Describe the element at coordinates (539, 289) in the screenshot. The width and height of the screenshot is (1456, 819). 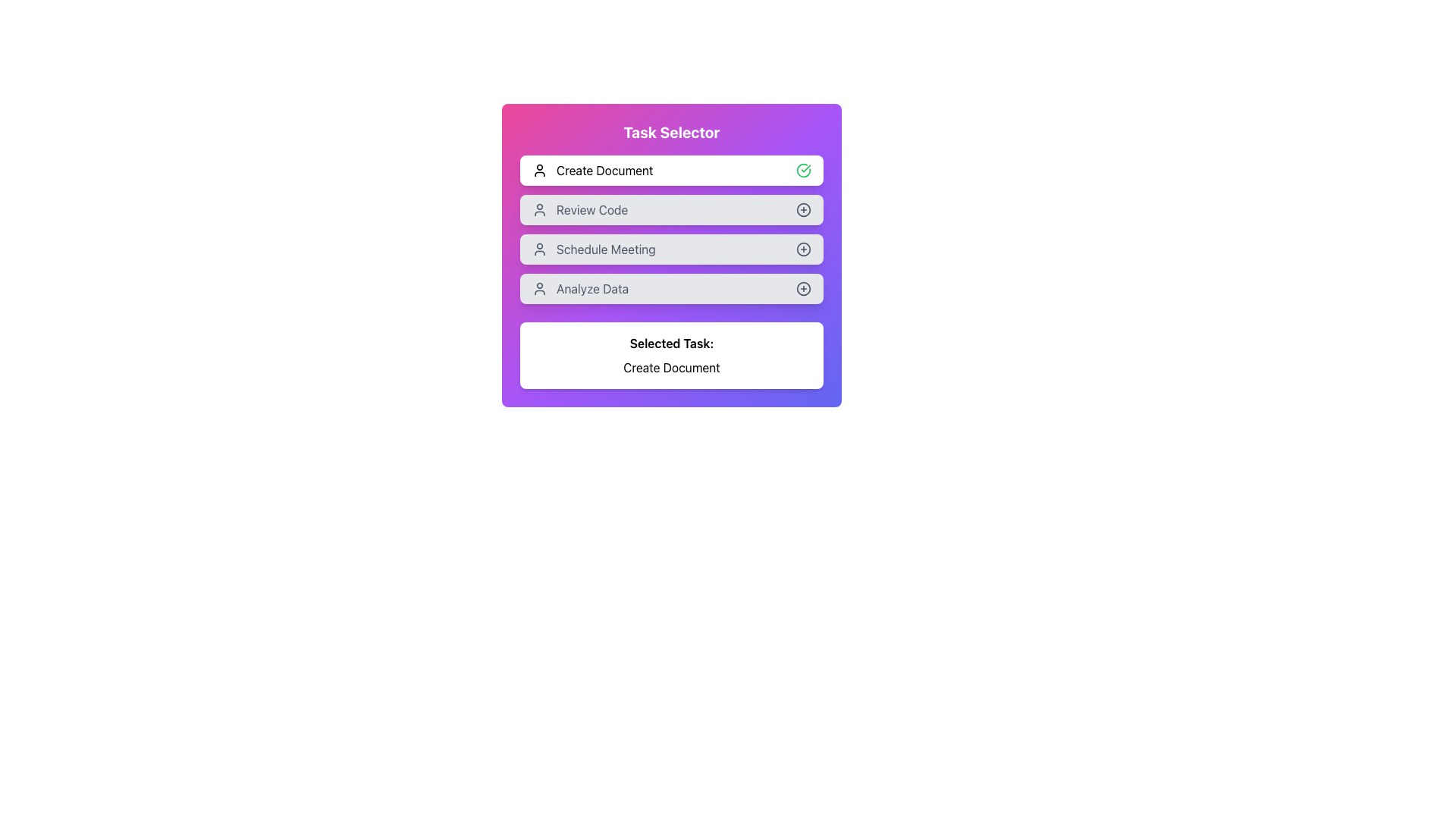
I see `the leftmost icon in the 'Analyze Data' row, which represents user functionality` at that location.